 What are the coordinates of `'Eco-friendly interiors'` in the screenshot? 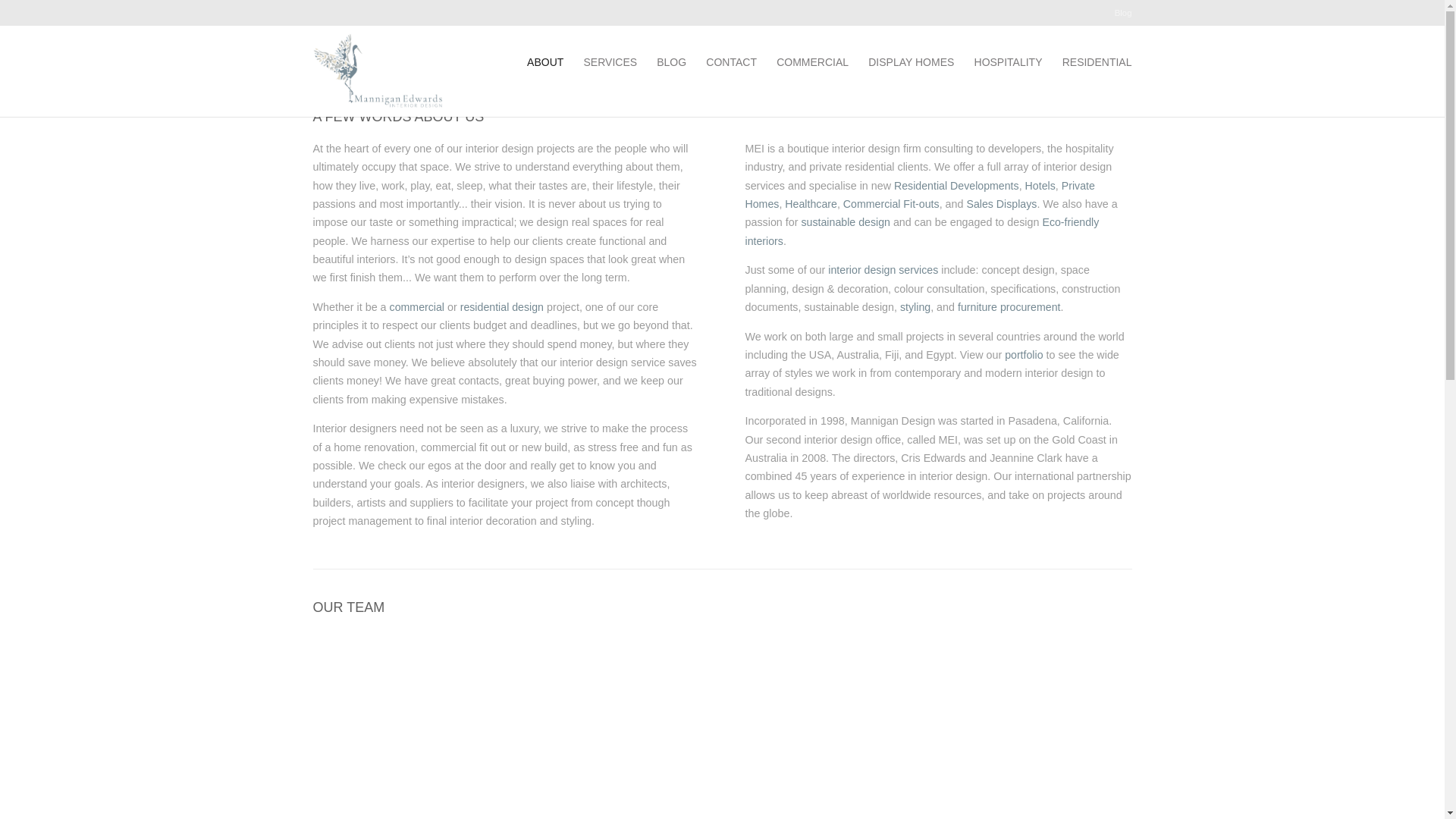 It's located at (921, 231).